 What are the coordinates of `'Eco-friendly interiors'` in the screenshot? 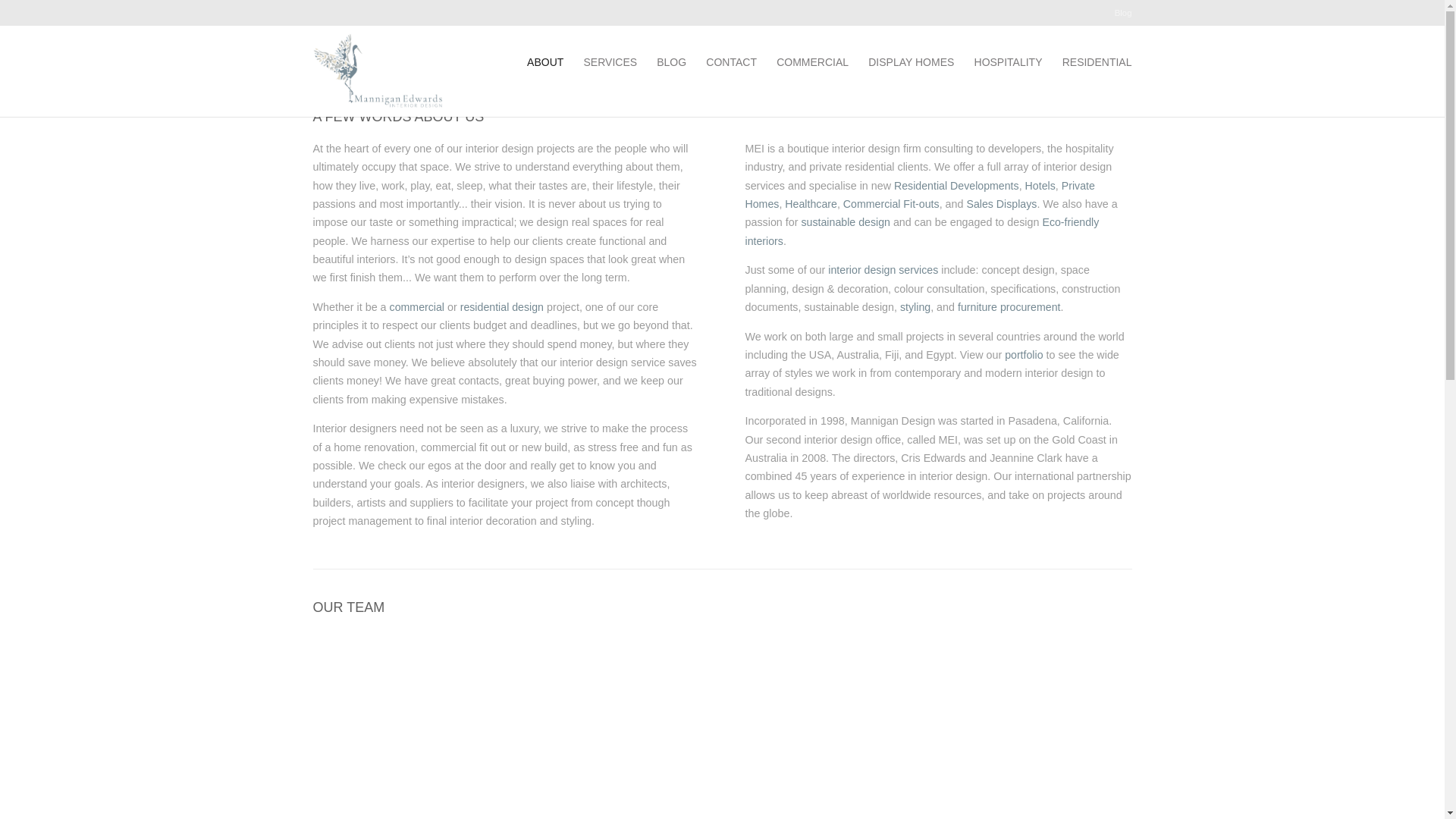 It's located at (921, 231).